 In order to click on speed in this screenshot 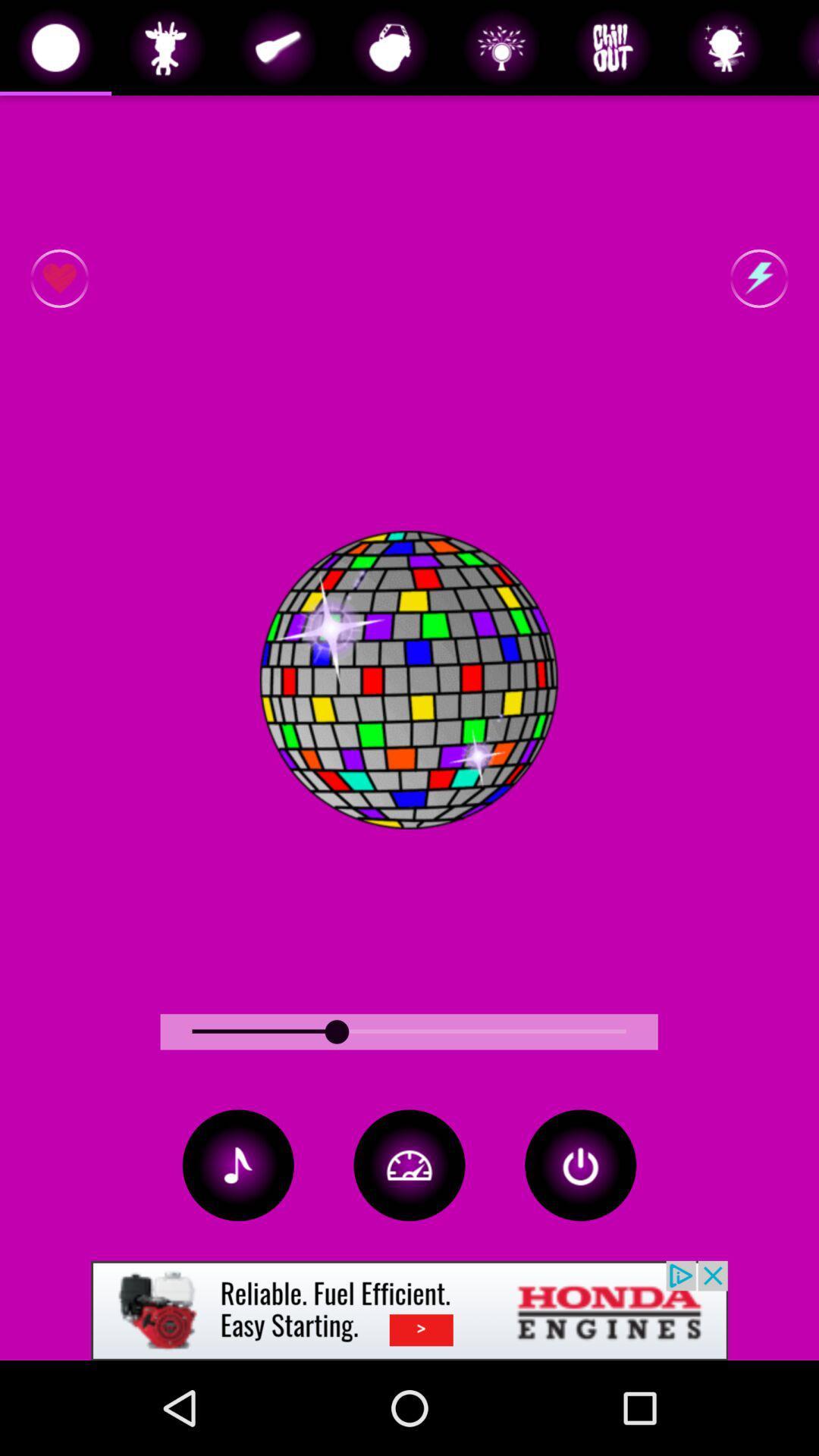, I will do `click(409, 1164)`.